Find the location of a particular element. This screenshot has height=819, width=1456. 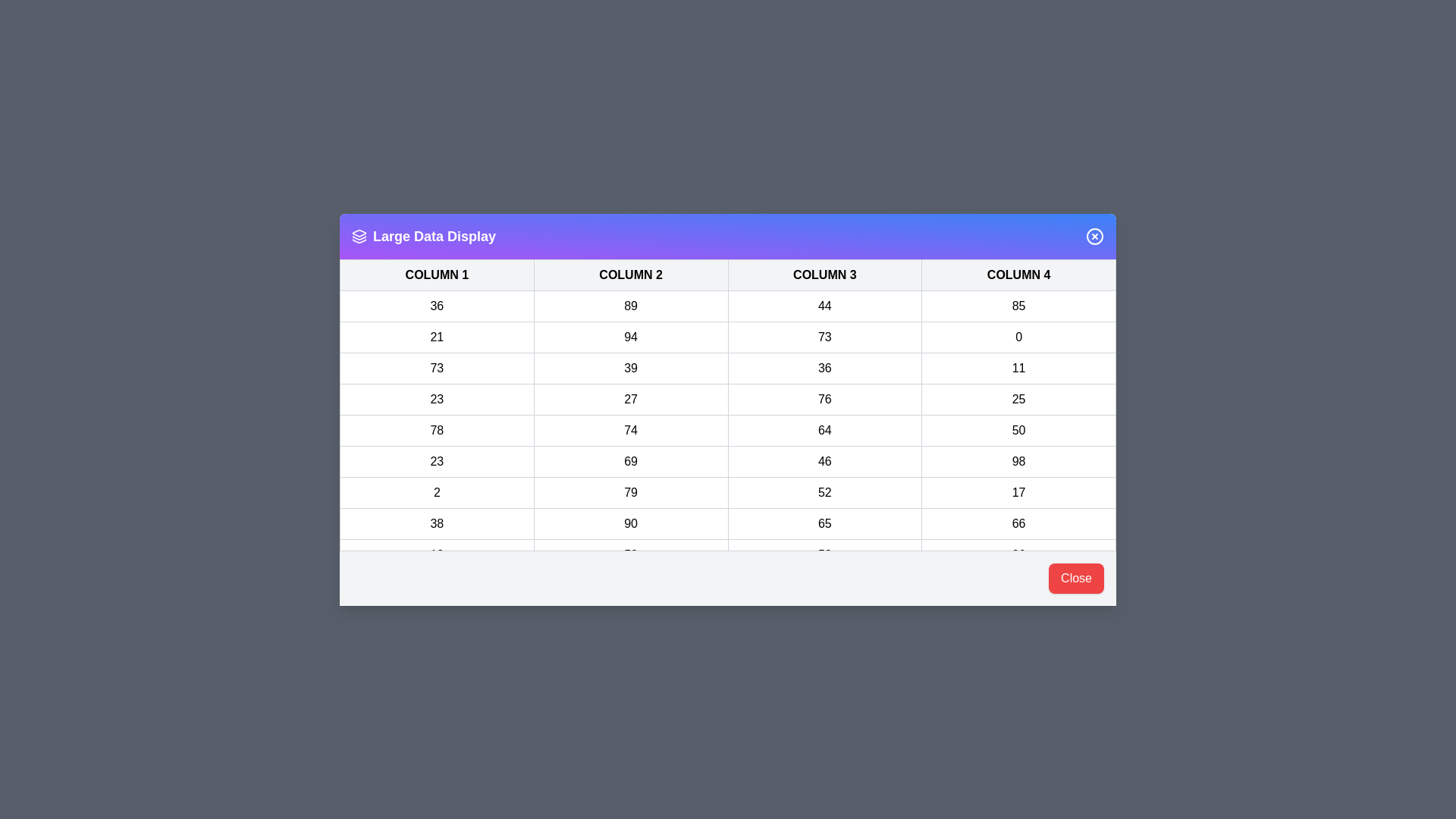

the close button in the footer of the dialog is located at coordinates (1075, 578).